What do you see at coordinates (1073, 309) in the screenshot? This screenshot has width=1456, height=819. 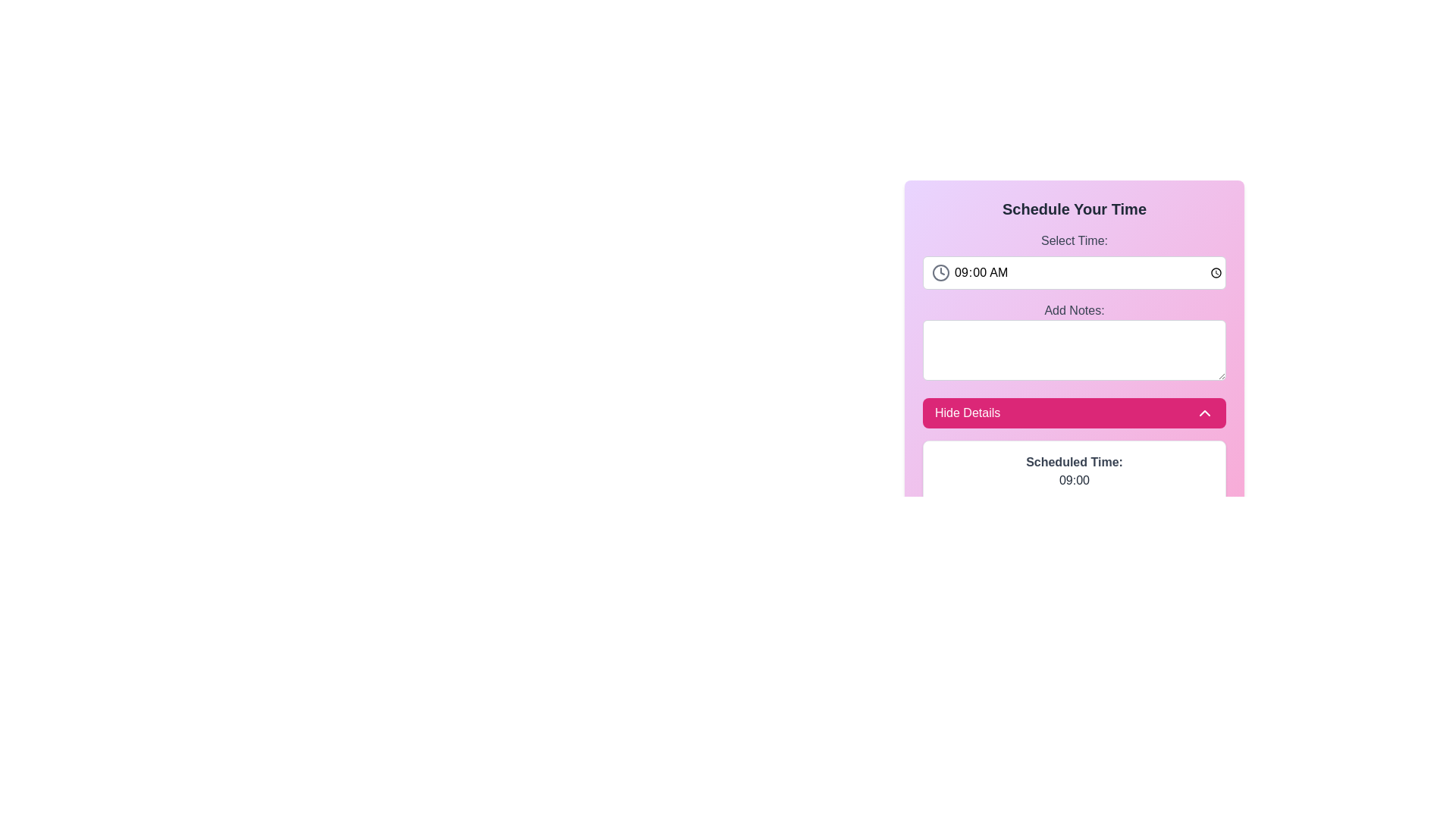 I see `the text label element displaying 'Add Notes:'` at bounding box center [1073, 309].